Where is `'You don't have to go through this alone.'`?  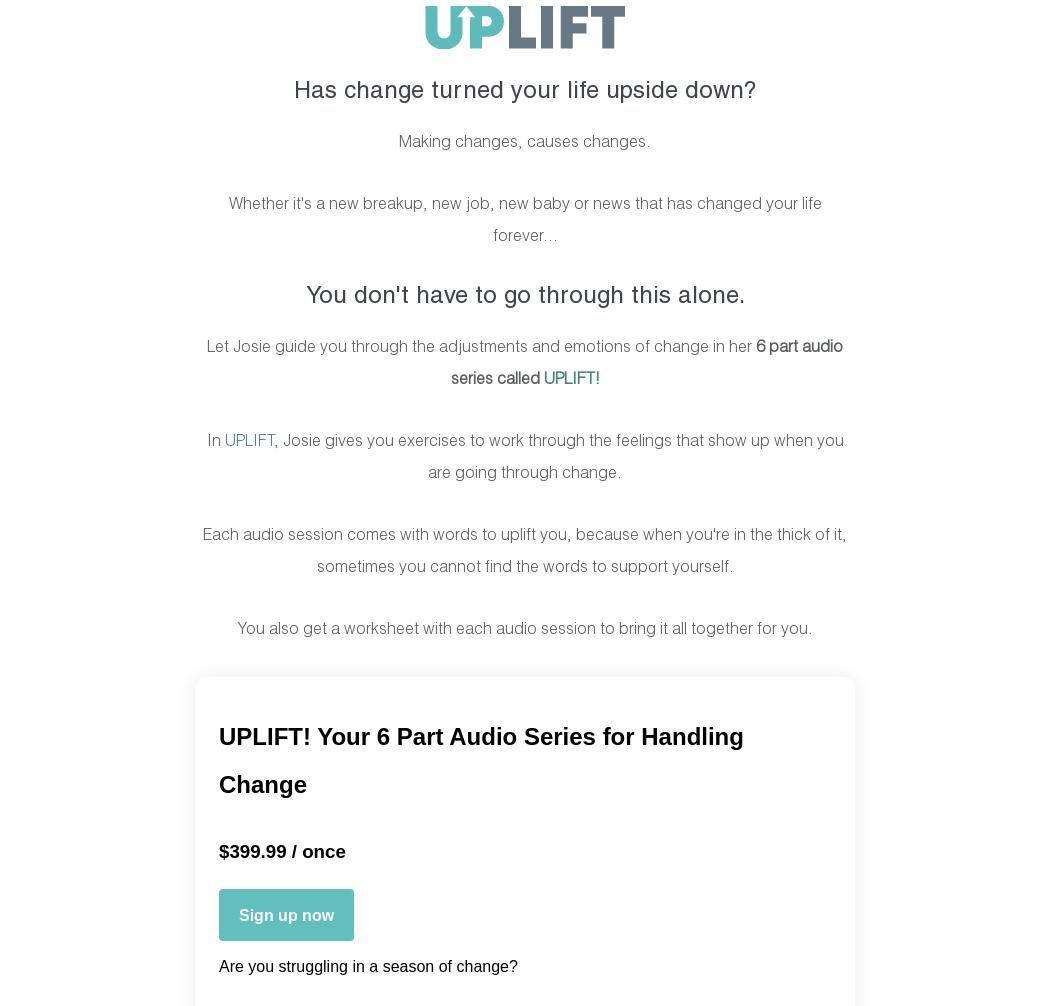 'You don't have to go through this alone.' is located at coordinates (523, 295).